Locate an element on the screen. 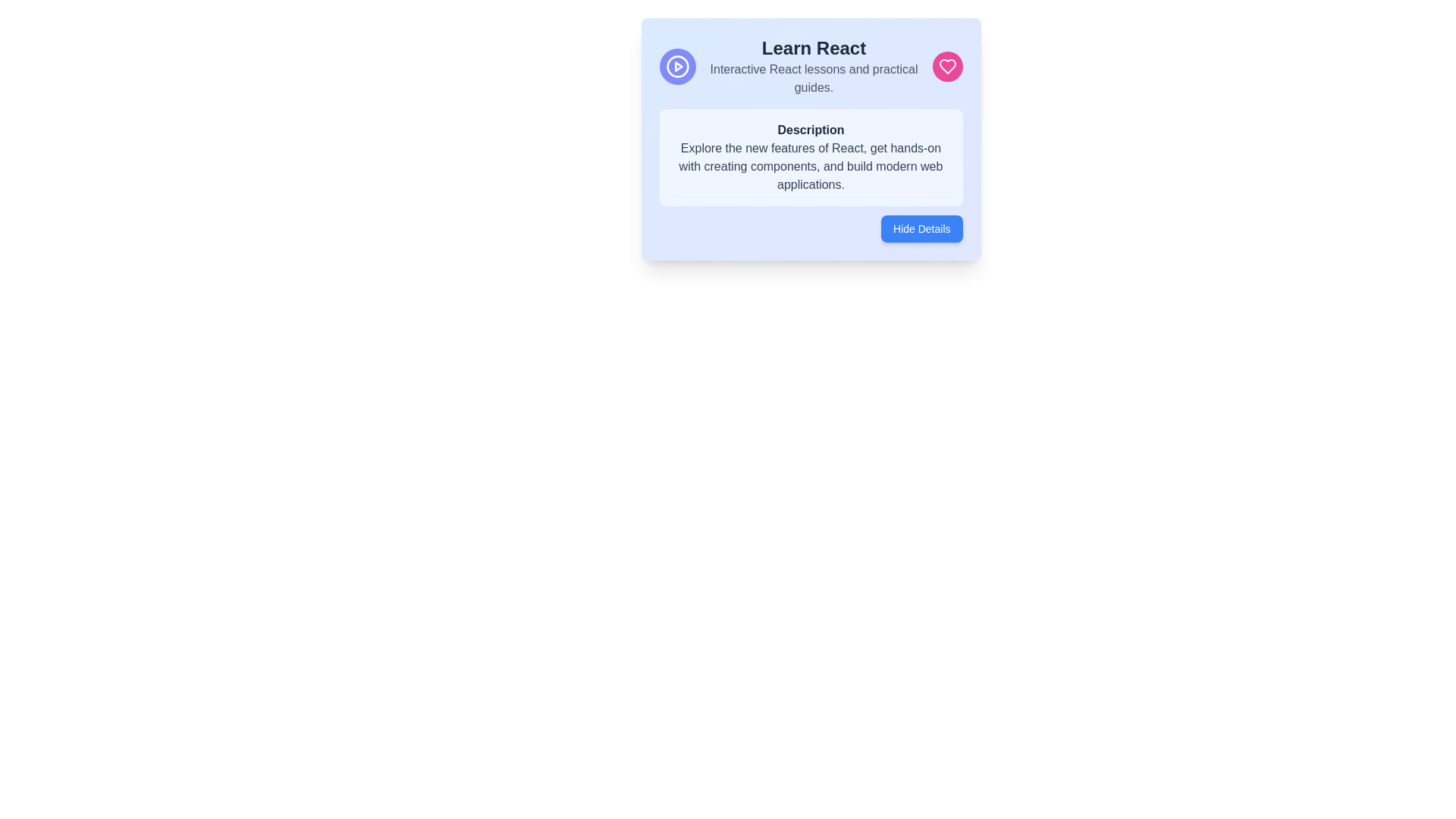  the circular icon with a triangular play symbol inside, which is located in the top-left section of the card-like component is located at coordinates (676, 66).